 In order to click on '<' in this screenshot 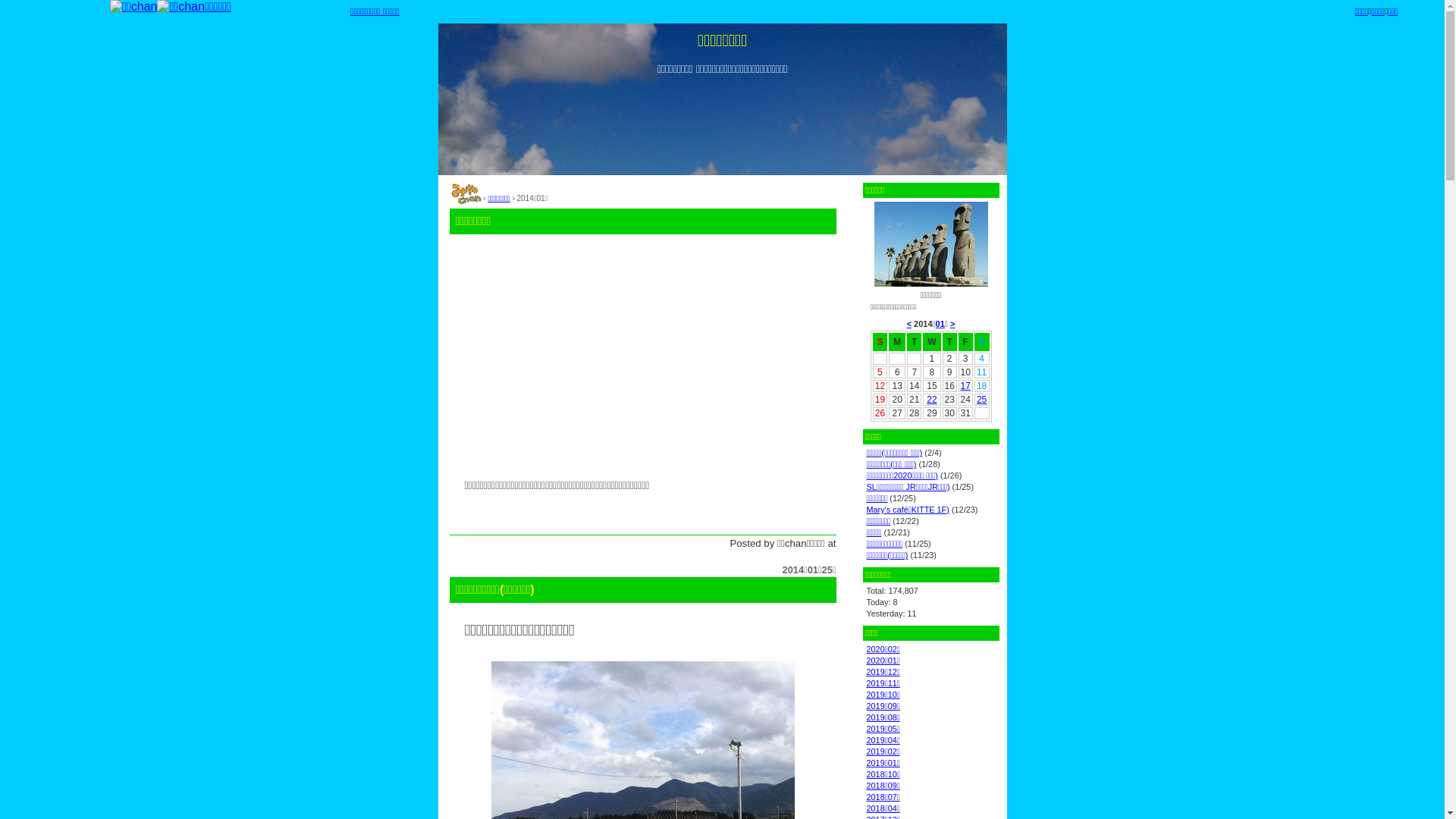, I will do `click(906, 323)`.